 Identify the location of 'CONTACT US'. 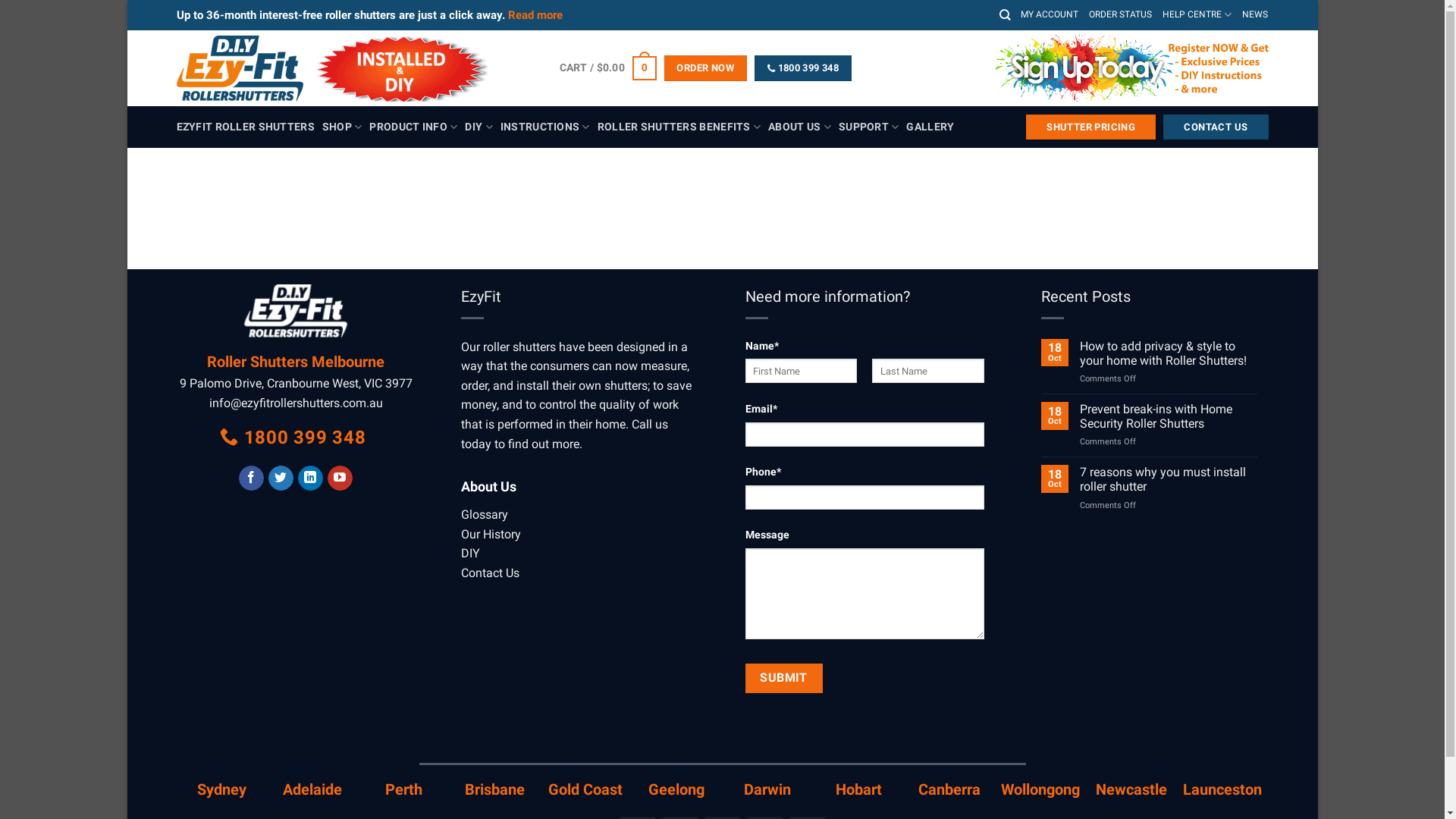
(1216, 127).